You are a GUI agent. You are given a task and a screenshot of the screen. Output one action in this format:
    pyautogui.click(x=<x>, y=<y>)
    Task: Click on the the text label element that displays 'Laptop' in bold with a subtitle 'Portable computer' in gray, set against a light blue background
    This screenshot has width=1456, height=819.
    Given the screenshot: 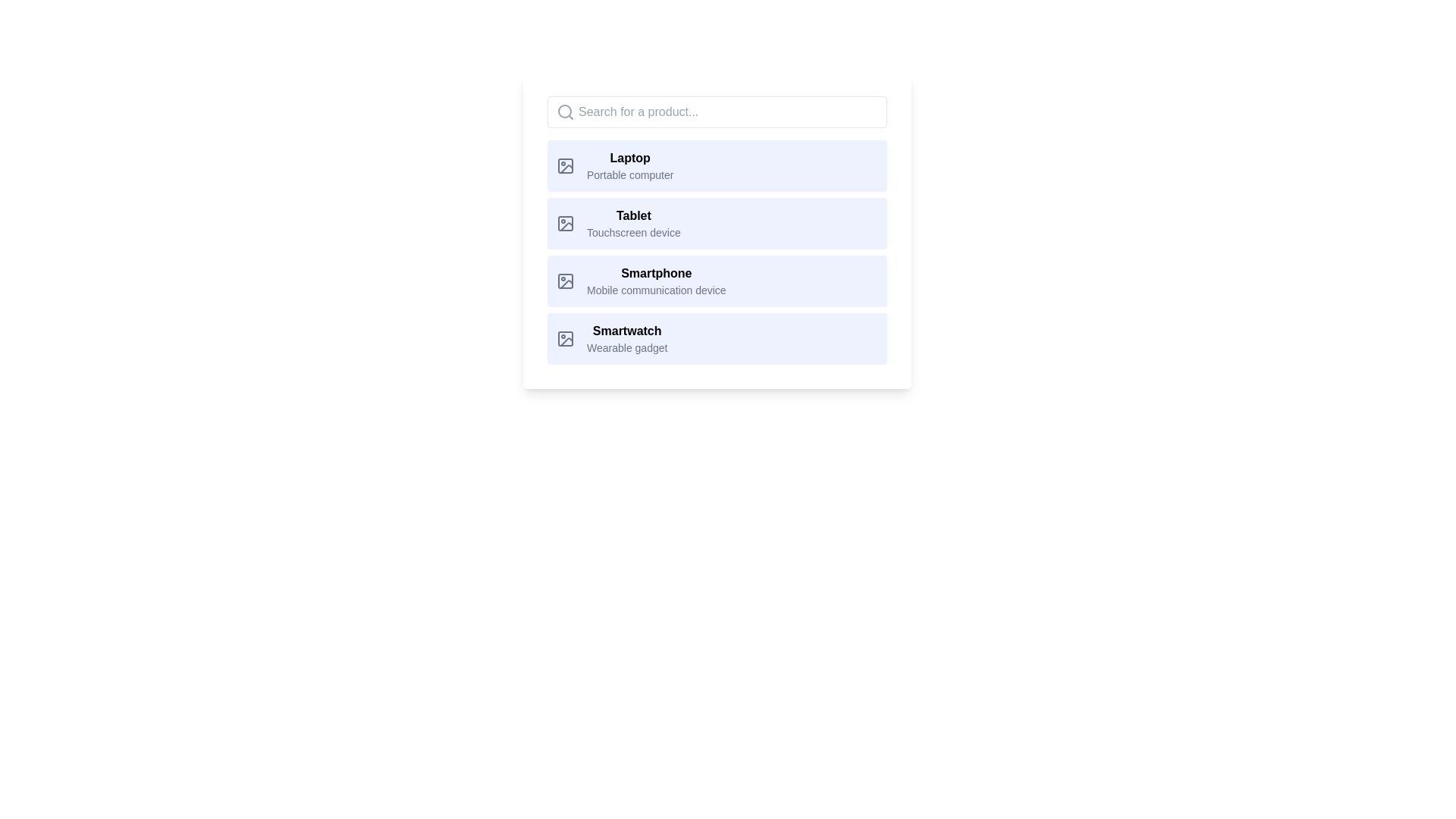 What is the action you would take?
    pyautogui.click(x=630, y=166)
    